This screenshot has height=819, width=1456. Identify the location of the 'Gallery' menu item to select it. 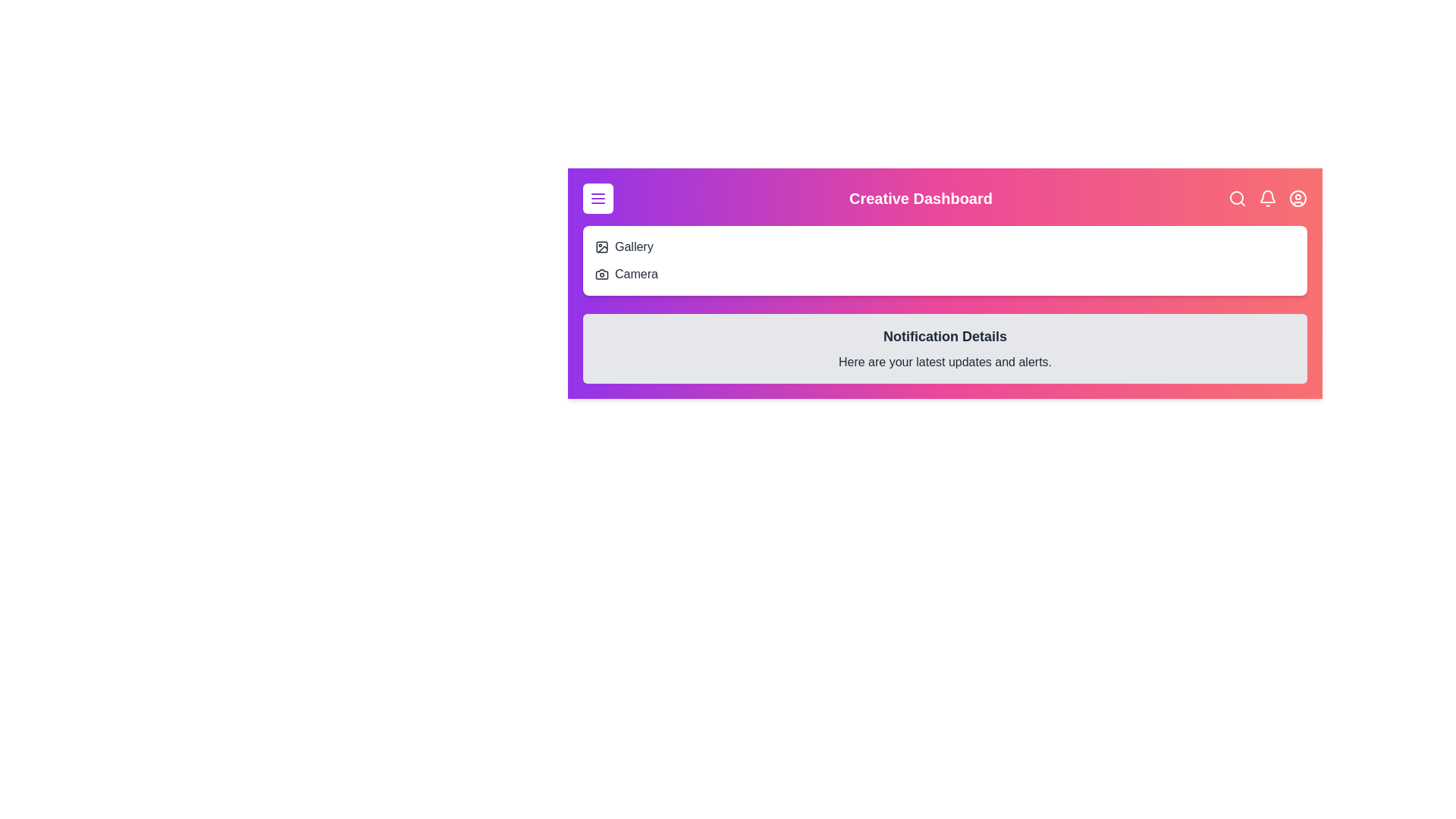
(633, 246).